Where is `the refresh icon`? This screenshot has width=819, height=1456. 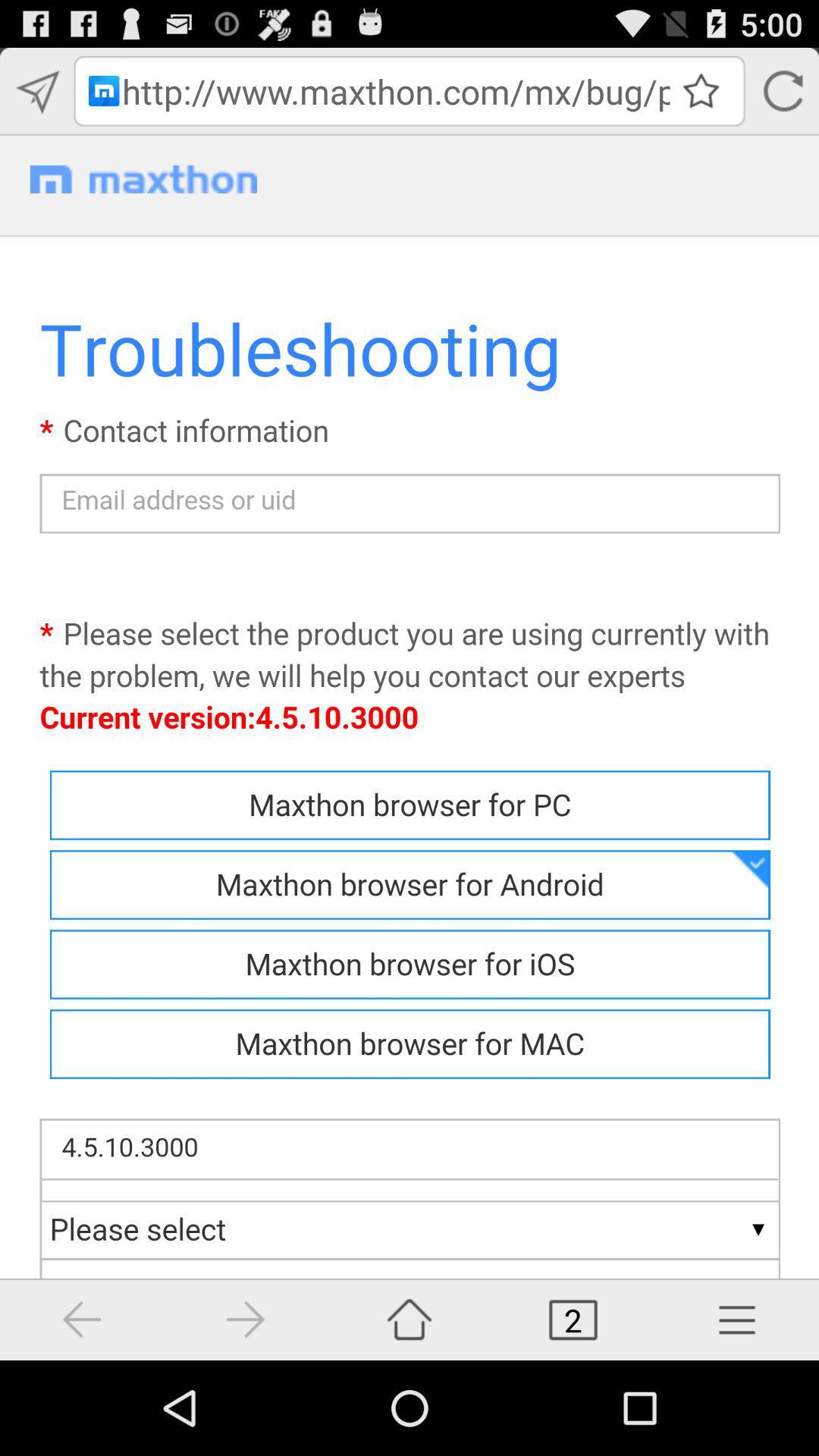
the refresh icon is located at coordinates (782, 97).